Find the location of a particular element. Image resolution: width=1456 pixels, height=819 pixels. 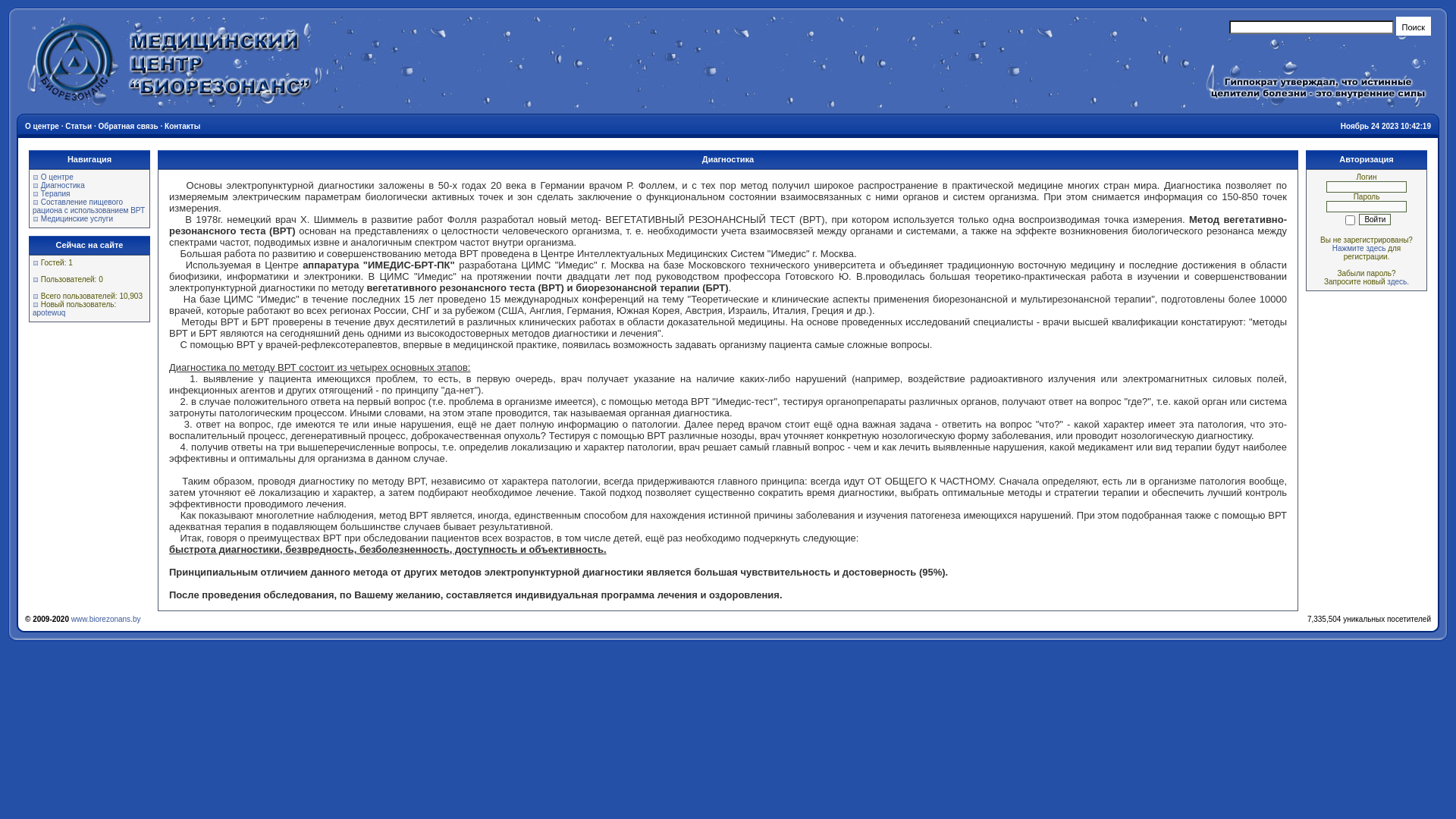

'www.biorezonans.by' is located at coordinates (105, 619).